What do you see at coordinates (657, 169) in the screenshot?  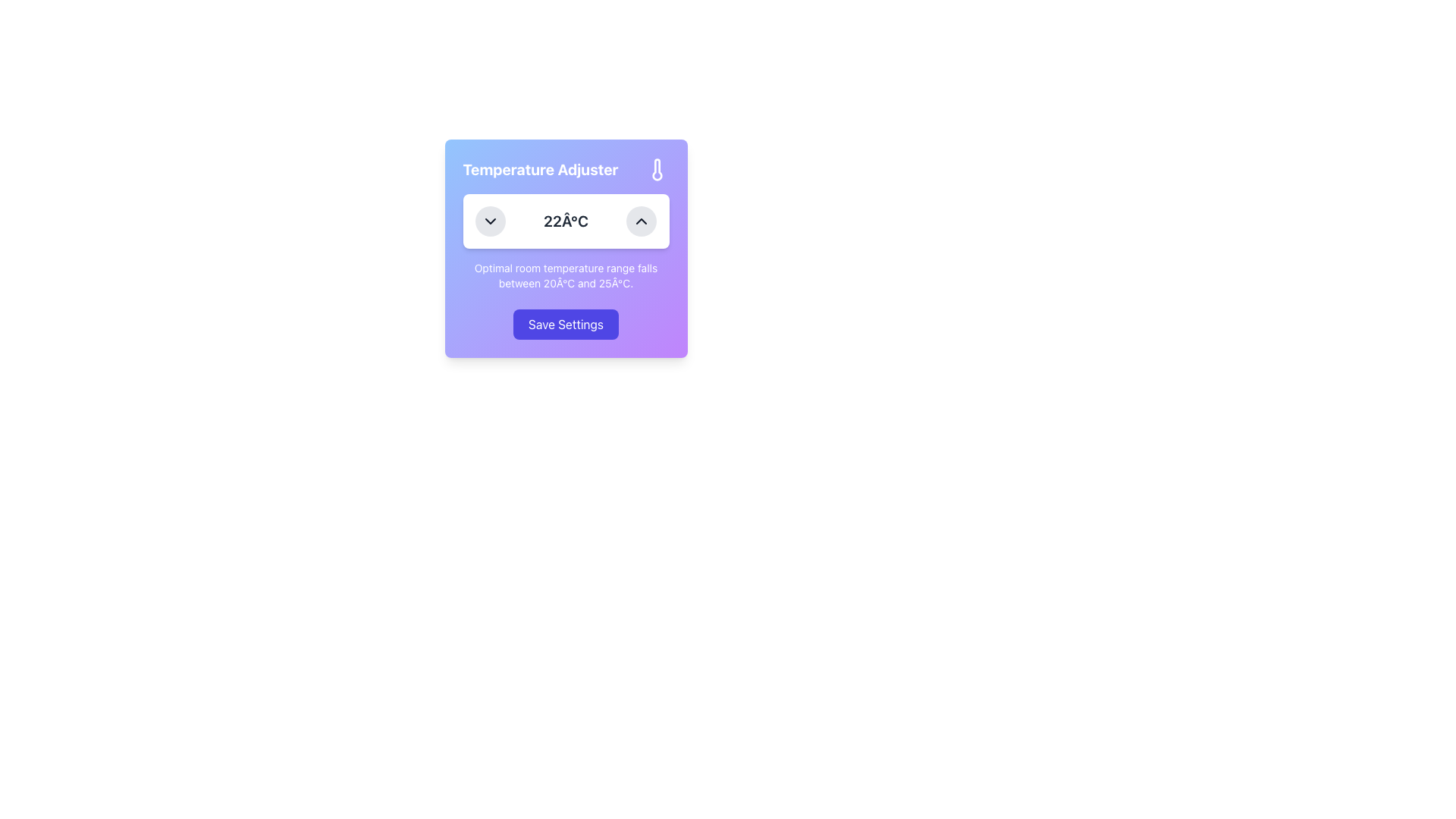 I see `the small white thermometer icon located at the top-right corner of the 'Temperature Adjuster' section, aligned with the title text` at bounding box center [657, 169].